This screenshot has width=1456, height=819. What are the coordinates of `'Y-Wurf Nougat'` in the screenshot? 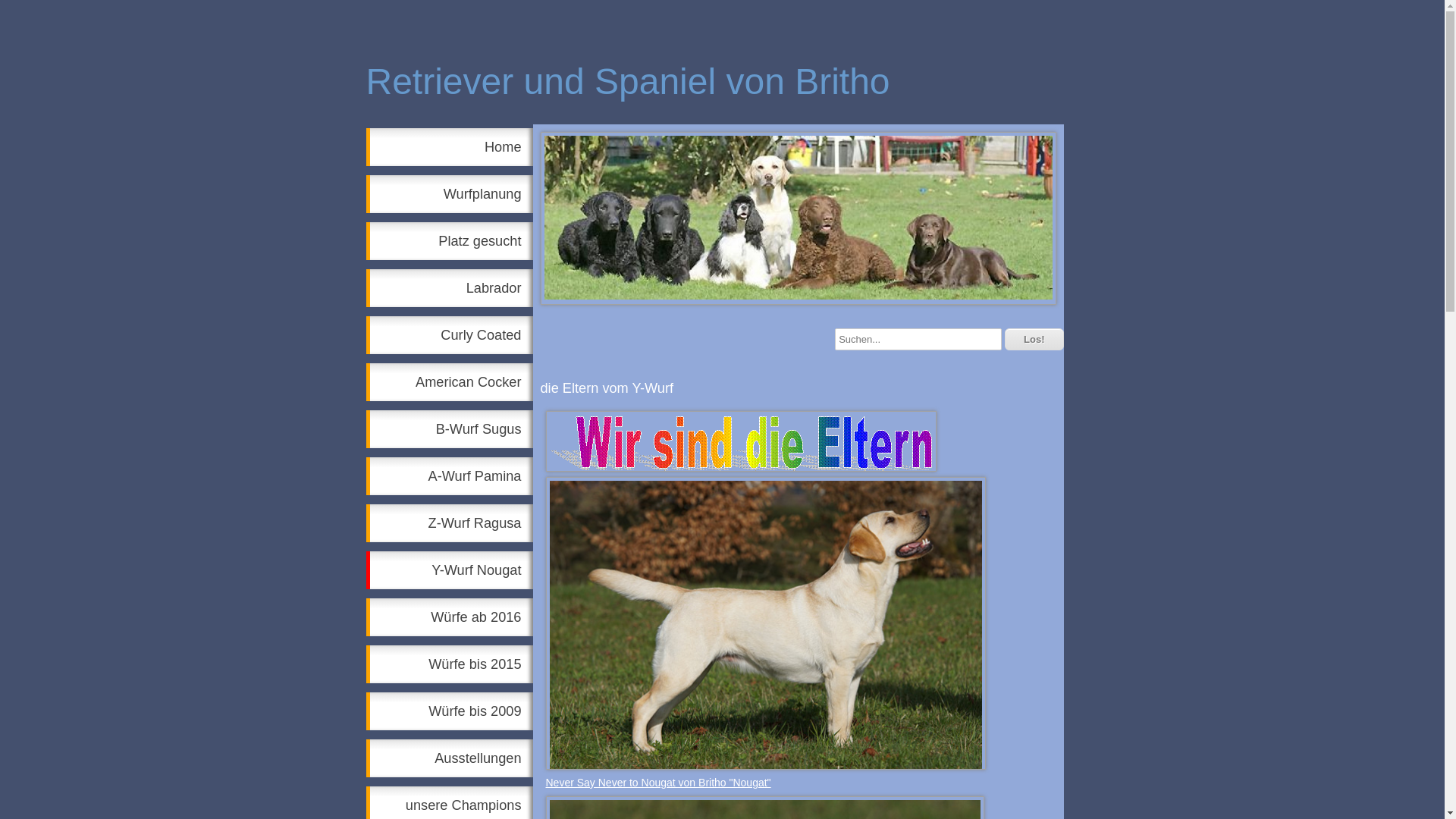 It's located at (447, 570).